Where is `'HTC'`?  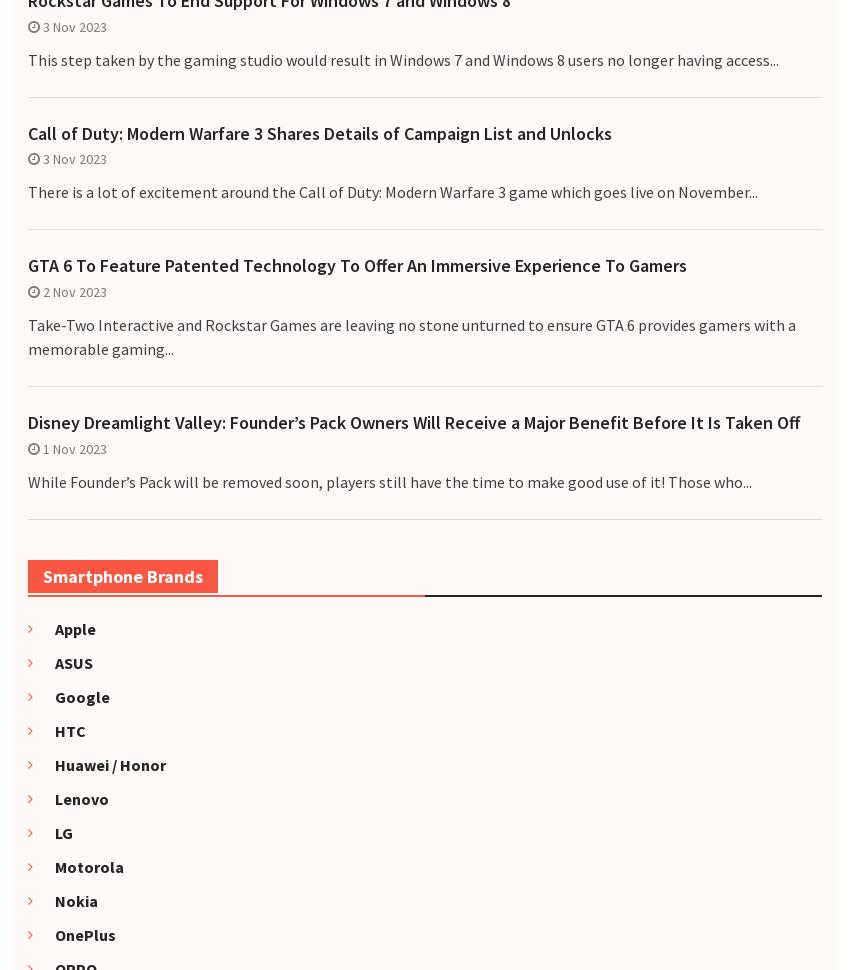
'HTC' is located at coordinates (61, 729).